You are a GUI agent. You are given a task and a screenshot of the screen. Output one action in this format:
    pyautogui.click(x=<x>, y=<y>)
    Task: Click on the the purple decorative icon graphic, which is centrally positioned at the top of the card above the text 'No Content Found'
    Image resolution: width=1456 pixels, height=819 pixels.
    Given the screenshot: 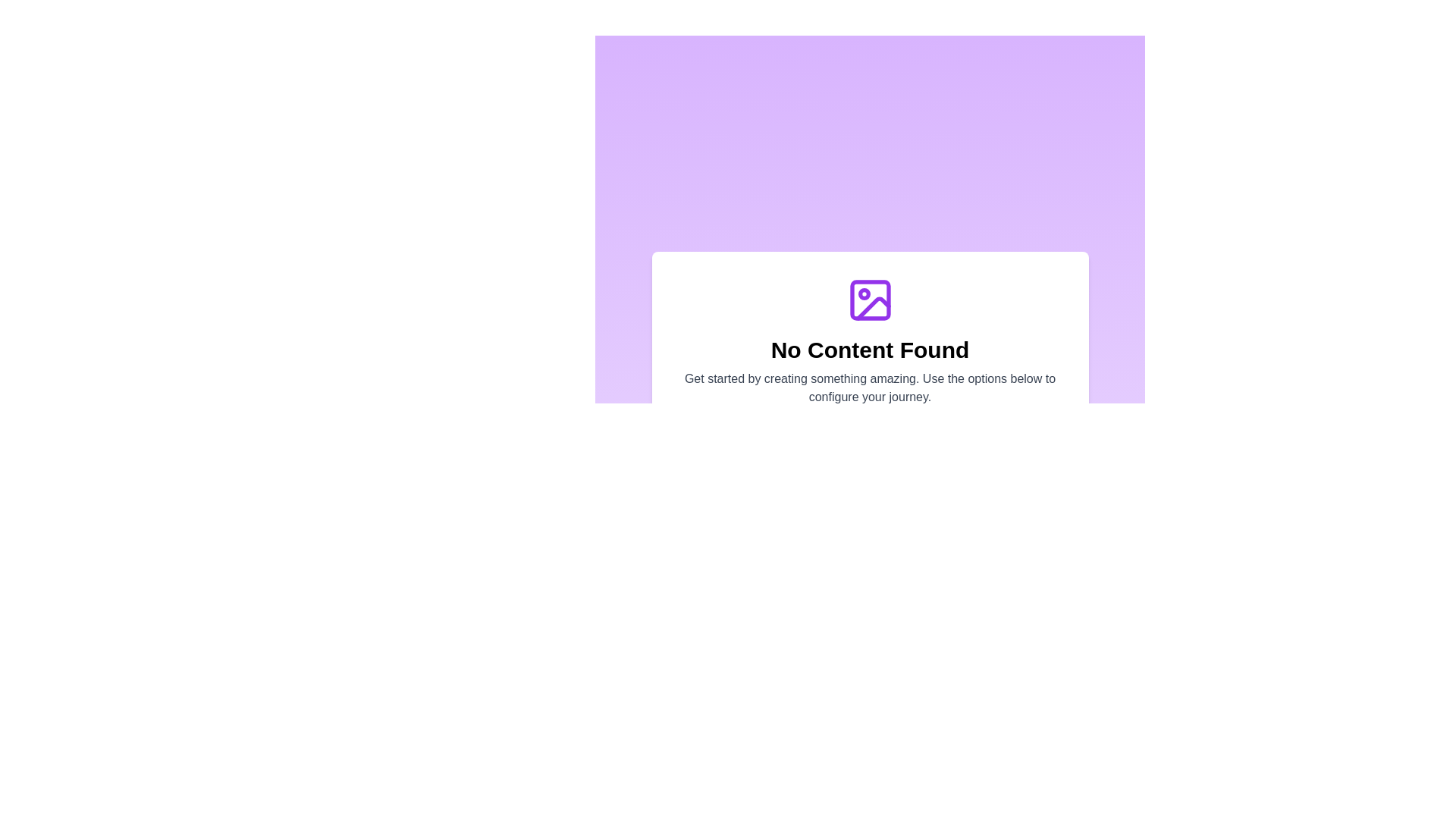 What is the action you would take?
    pyautogui.click(x=870, y=300)
    